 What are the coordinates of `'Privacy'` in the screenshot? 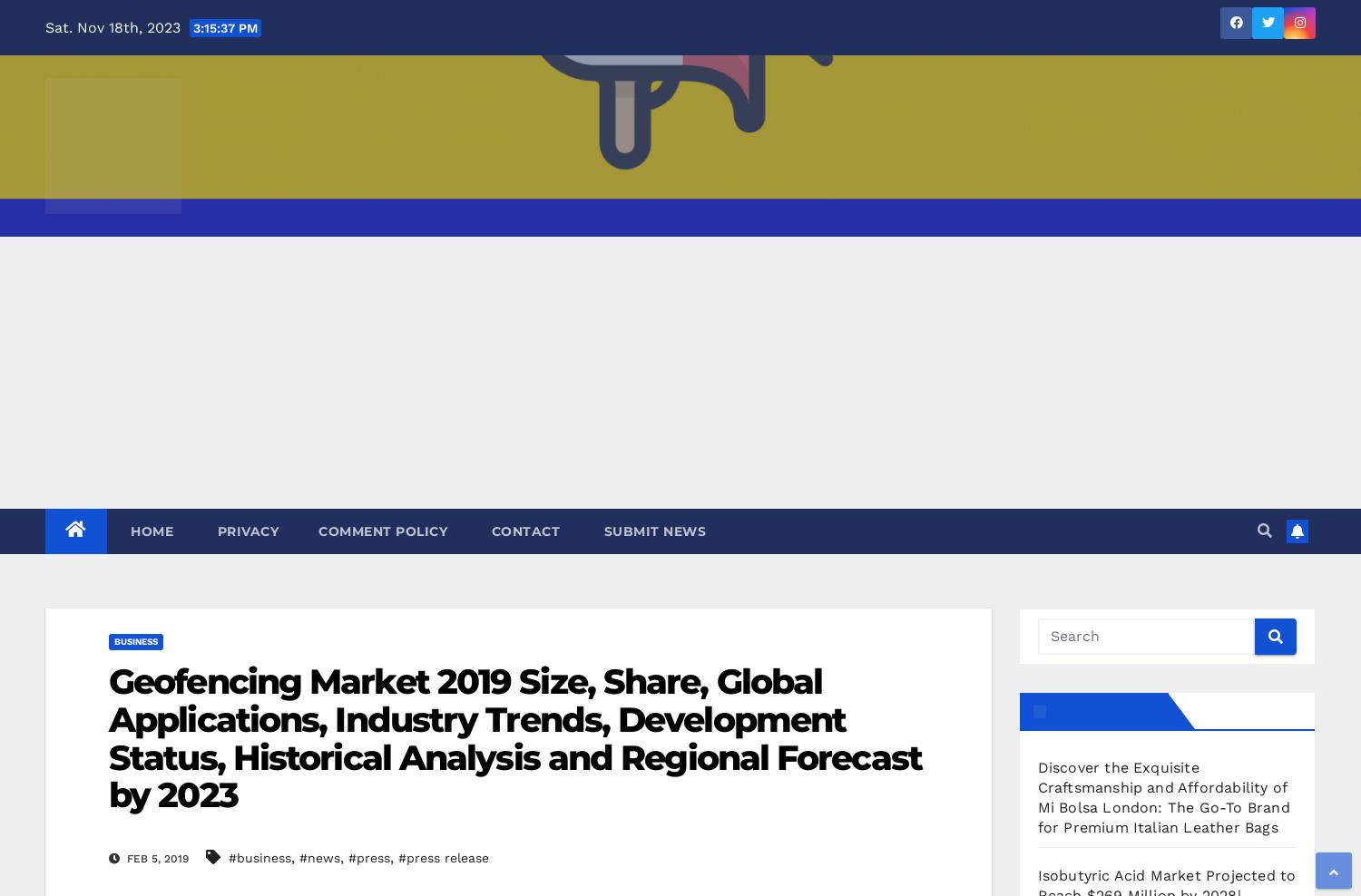 It's located at (246, 531).